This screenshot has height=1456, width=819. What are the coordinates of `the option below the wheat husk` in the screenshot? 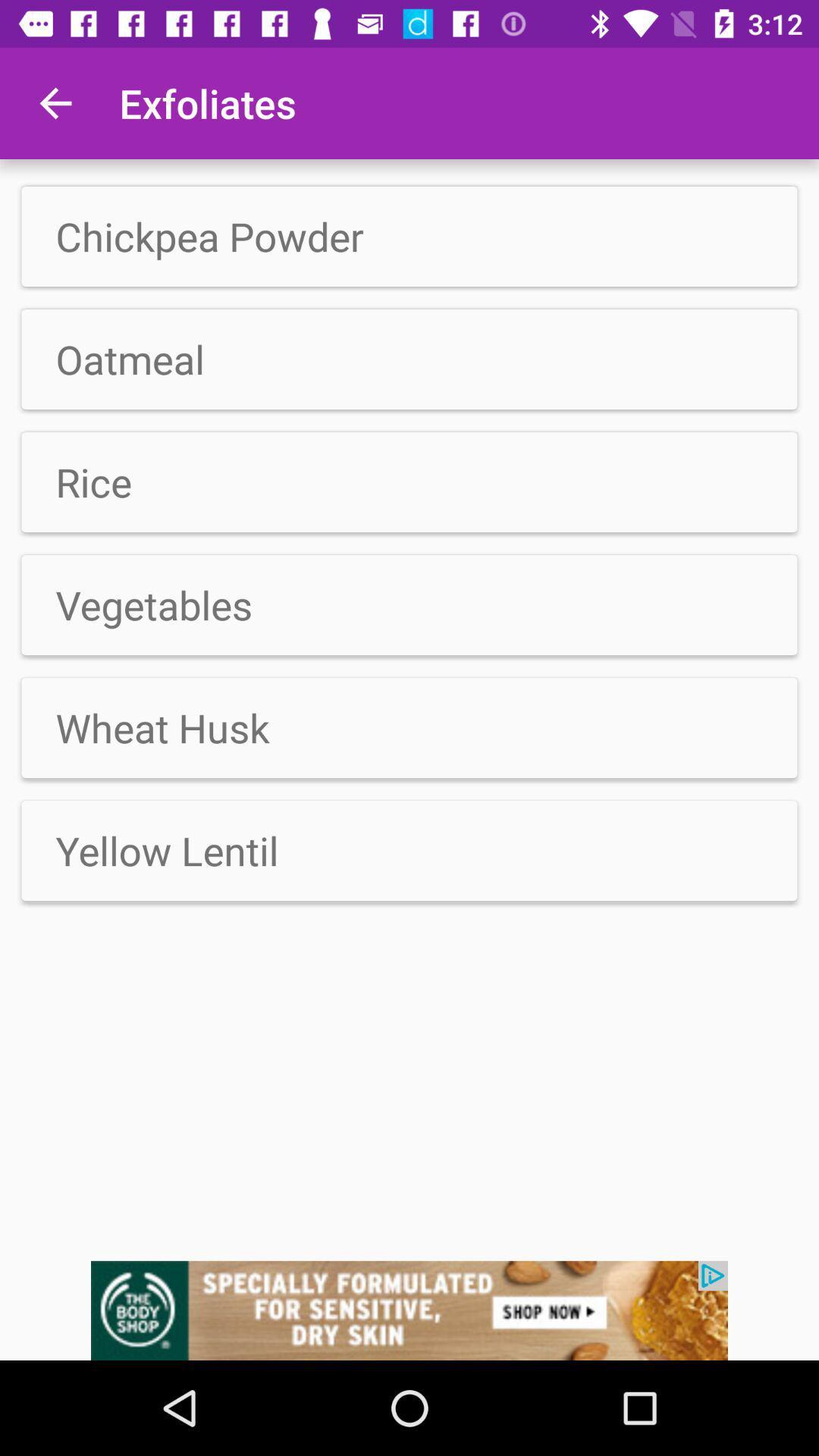 It's located at (409, 851).